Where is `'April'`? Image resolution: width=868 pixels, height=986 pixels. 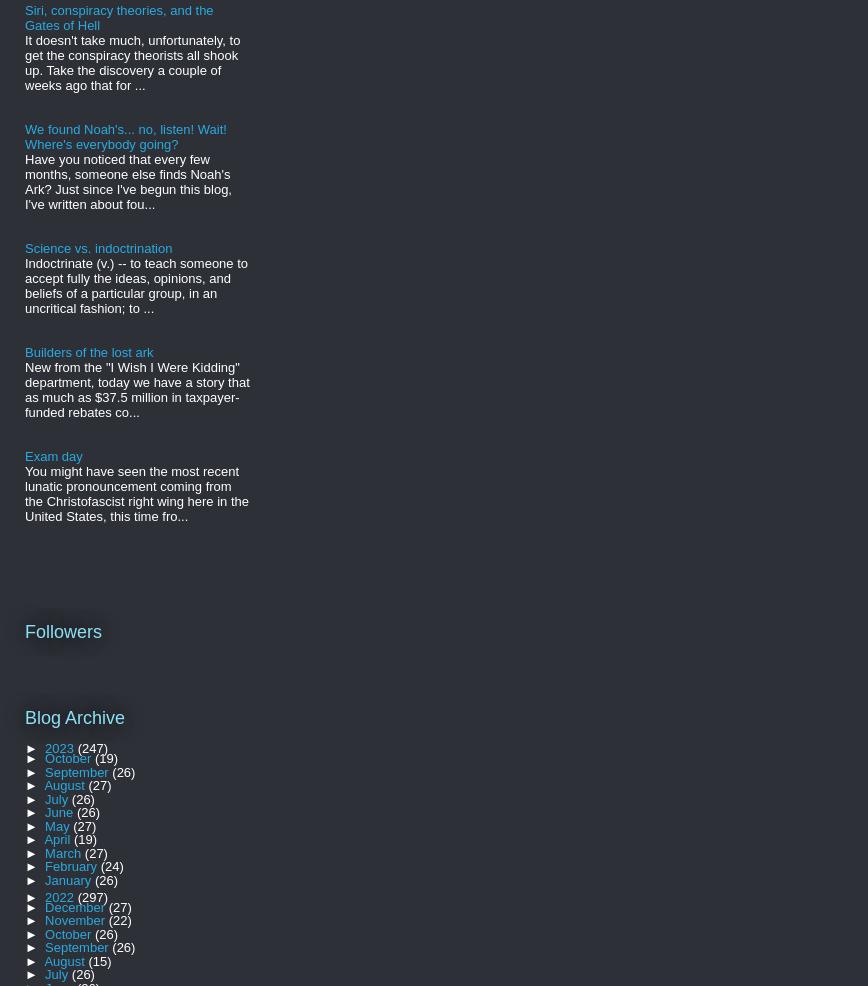
'April' is located at coordinates (59, 838).